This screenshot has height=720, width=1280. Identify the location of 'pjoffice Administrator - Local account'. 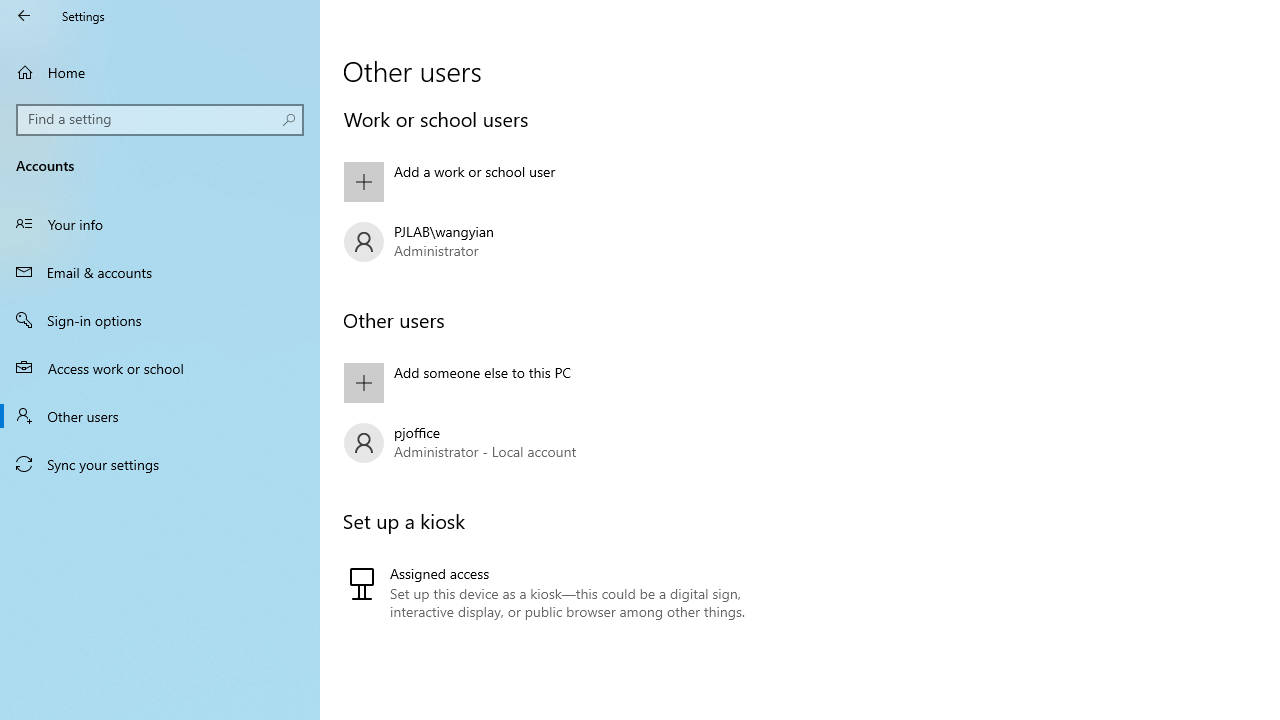
(562, 442).